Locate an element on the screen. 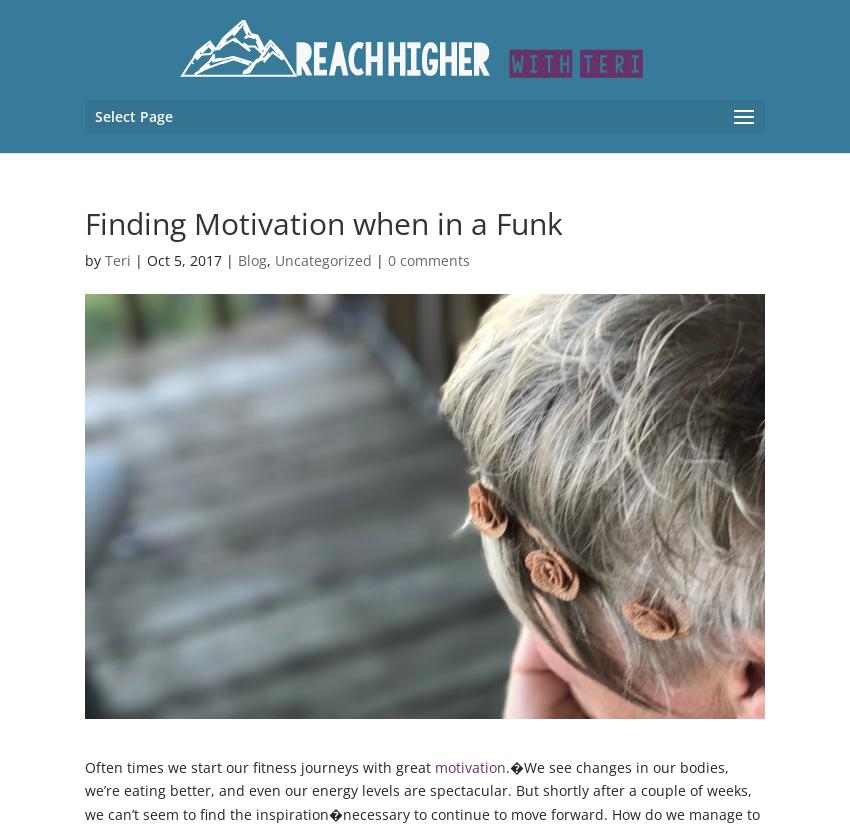 This screenshot has height=829, width=850. 'Oct 5, 2017' is located at coordinates (183, 260).